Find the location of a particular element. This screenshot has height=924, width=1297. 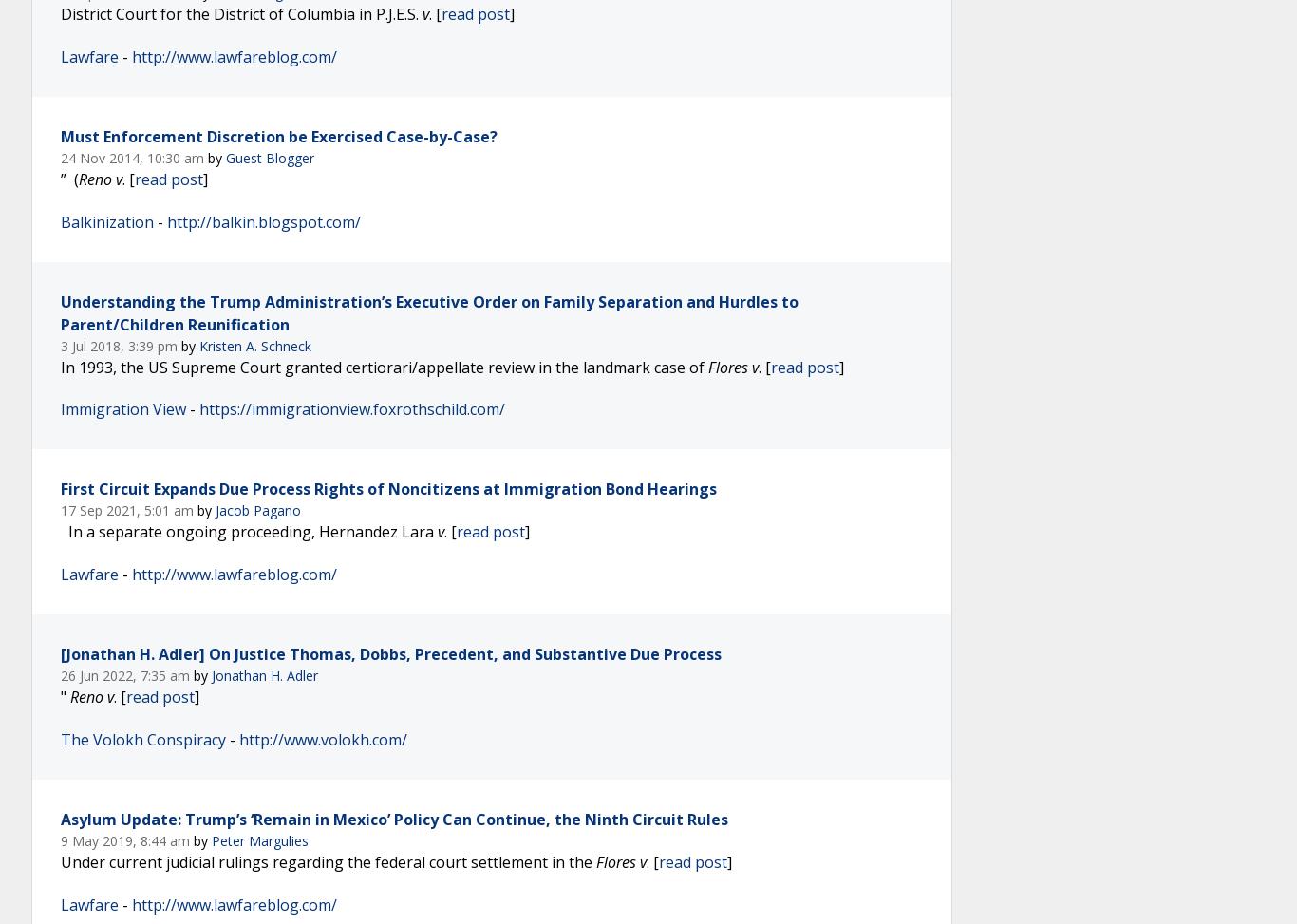

'Must Enforcement Discretion be Exercised Case-by-Case?' is located at coordinates (278, 136).